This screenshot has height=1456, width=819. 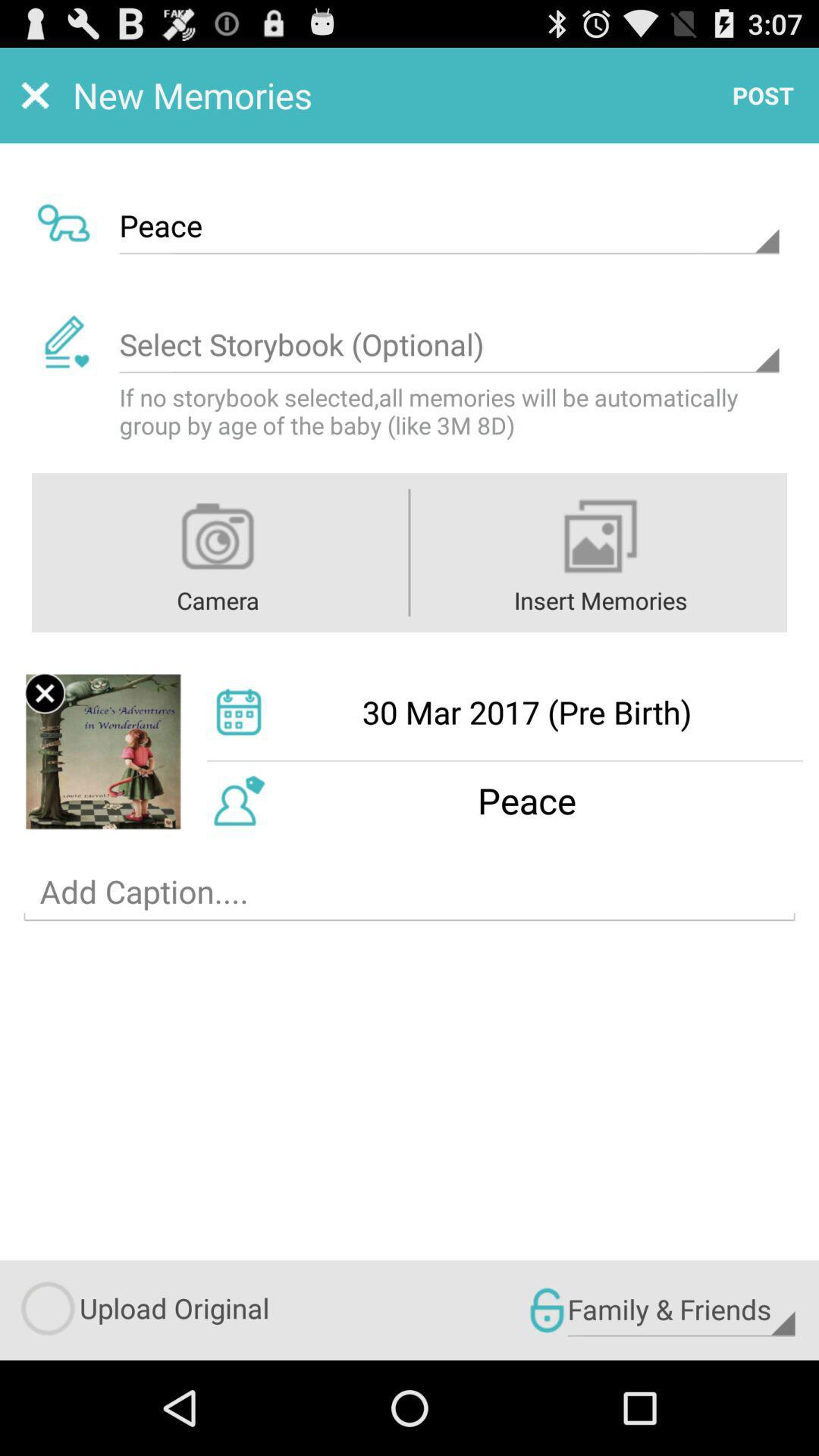 I want to click on a caption, so click(x=409, y=892).